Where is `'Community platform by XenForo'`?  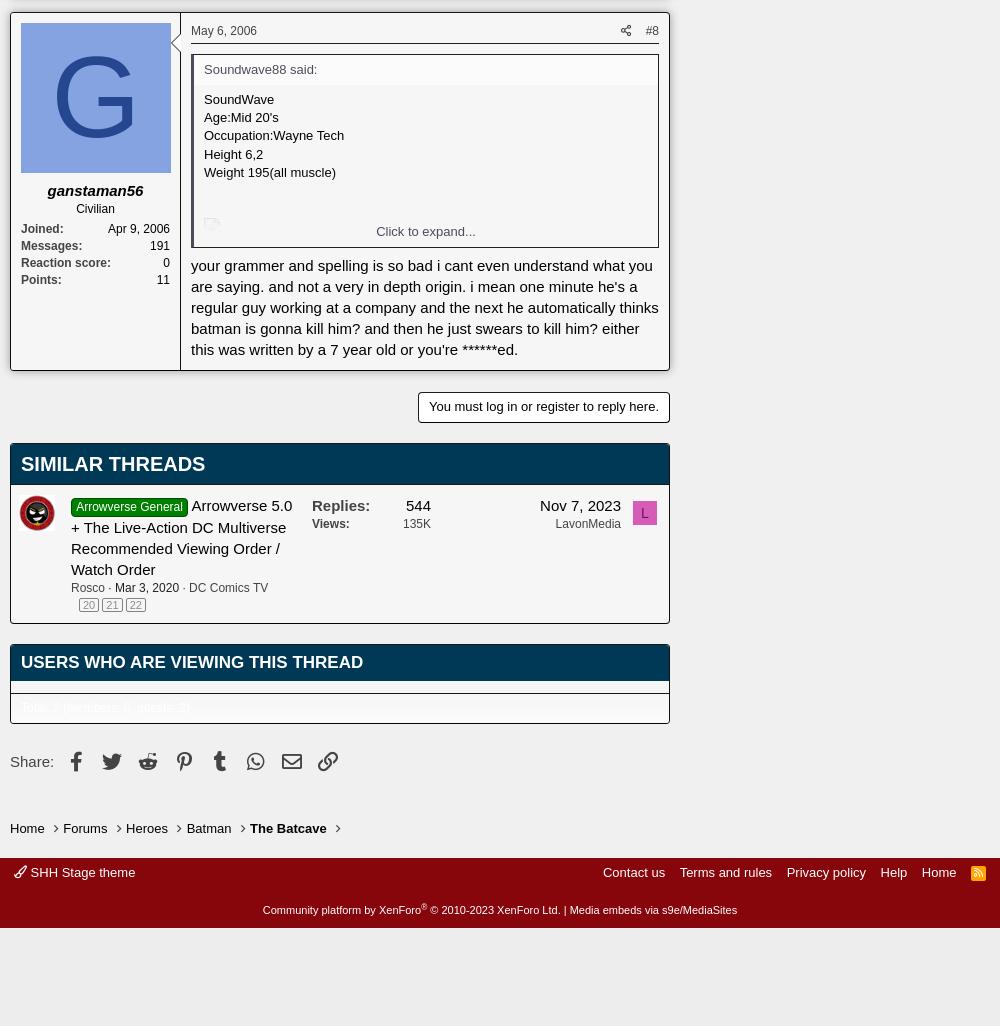 'Community platform by XenForo' is located at coordinates (340, 908).